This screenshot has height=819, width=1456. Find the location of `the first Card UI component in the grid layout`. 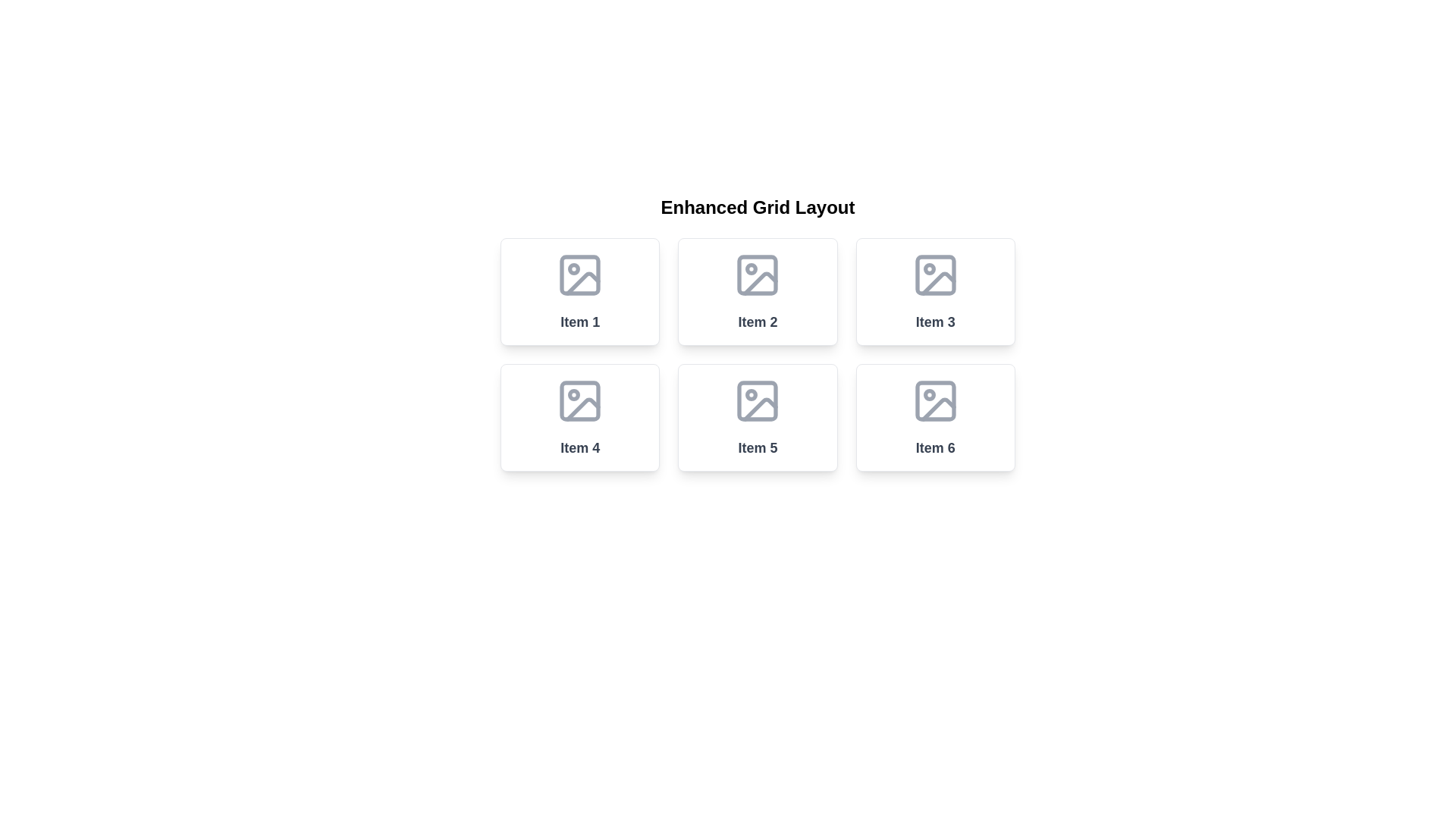

the first Card UI component in the grid layout is located at coordinates (579, 292).